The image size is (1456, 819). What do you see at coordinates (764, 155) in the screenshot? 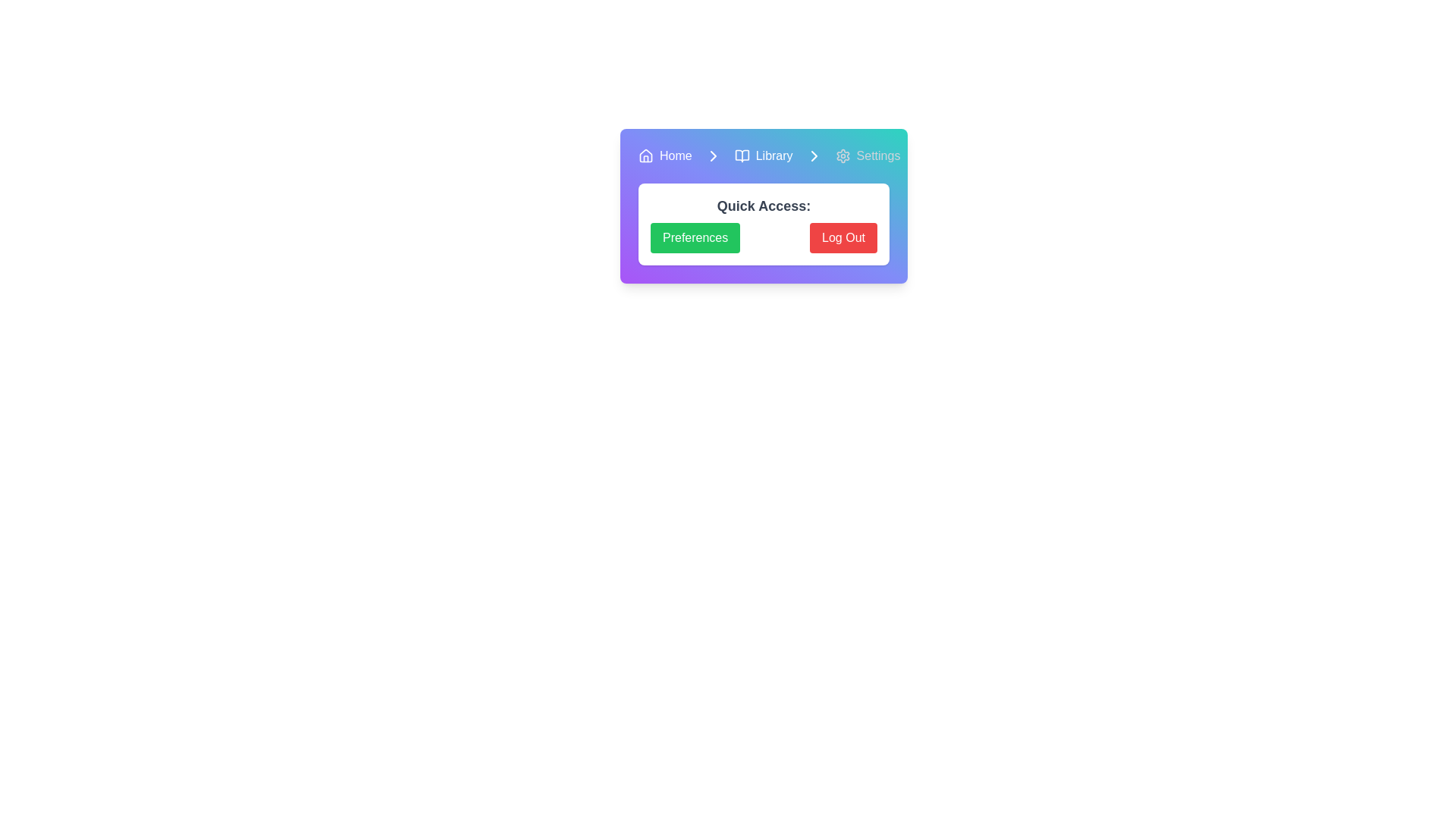
I see `the 'Library' navigation link, which is the second element in the top-center navigation layout, located between 'Home' and 'Settings'` at bounding box center [764, 155].